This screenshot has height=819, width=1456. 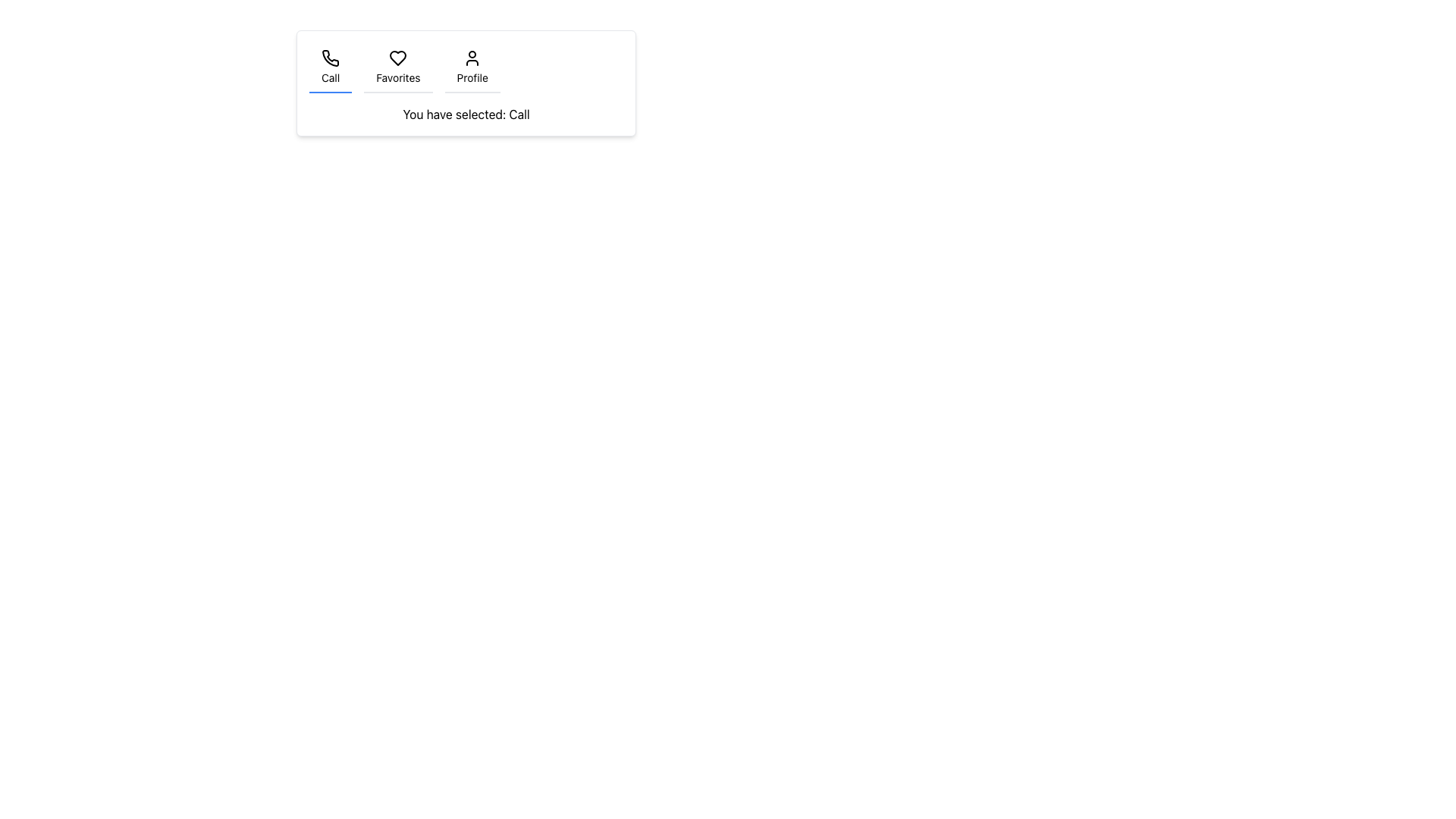 I want to click on the 'Profile' button, which features a user silhouette icon above the text 'Profile', so click(x=472, y=67).